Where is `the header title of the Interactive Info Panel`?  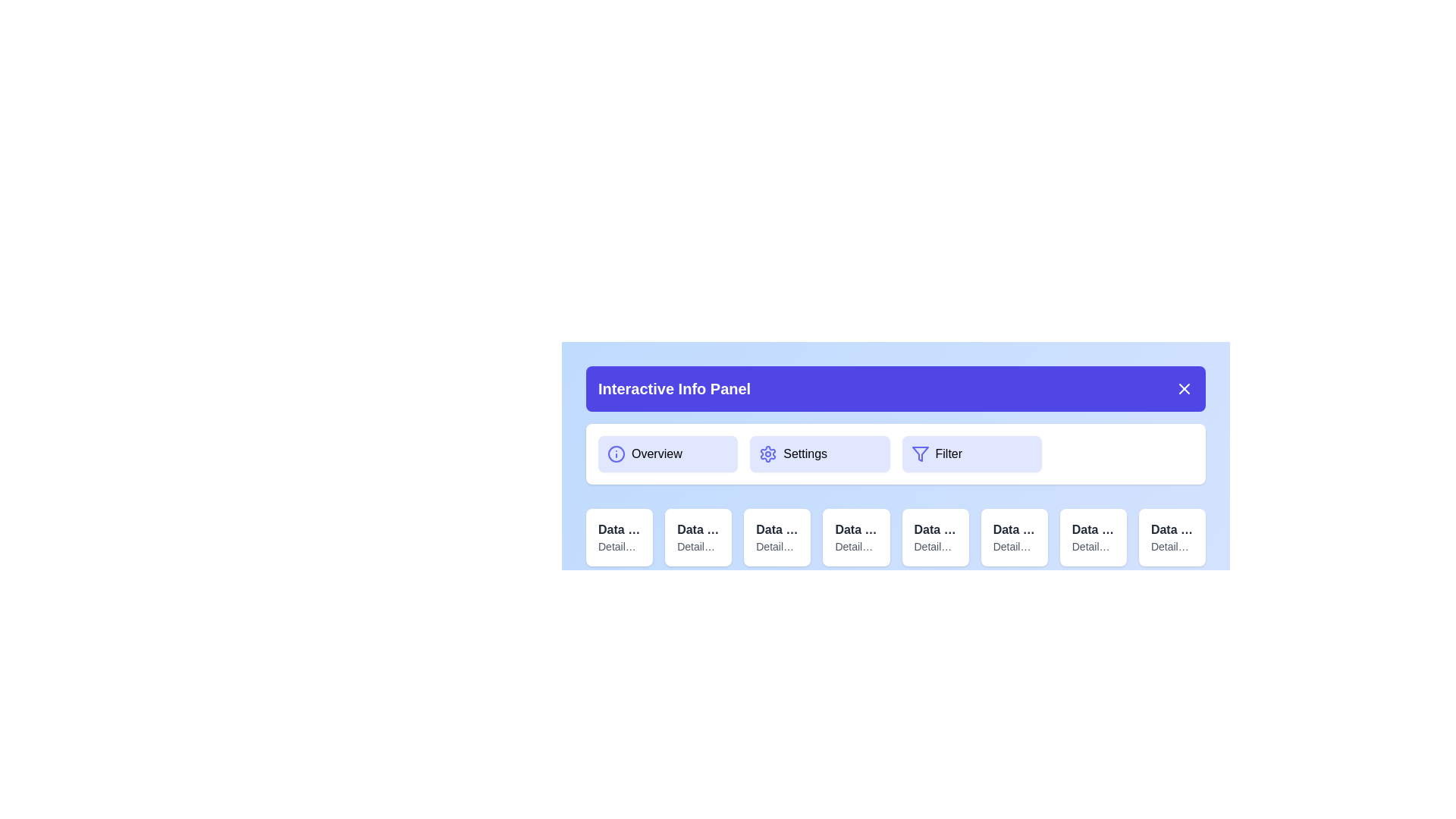 the header title of the Interactive Info Panel is located at coordinates (896, 388).